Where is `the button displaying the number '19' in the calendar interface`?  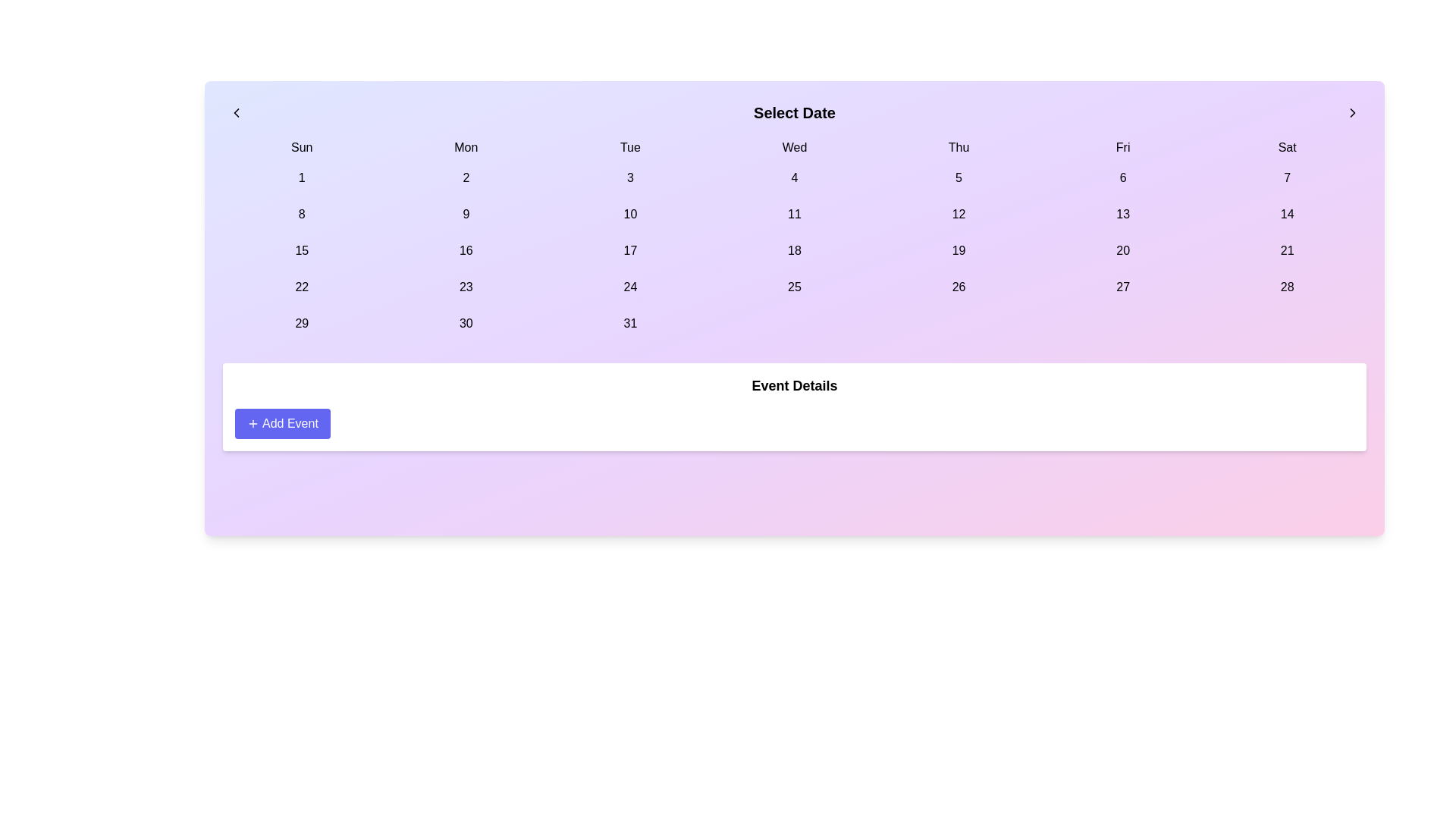 the button displaying the number '19' in the calendar interface is located at coordinates (958, 250).